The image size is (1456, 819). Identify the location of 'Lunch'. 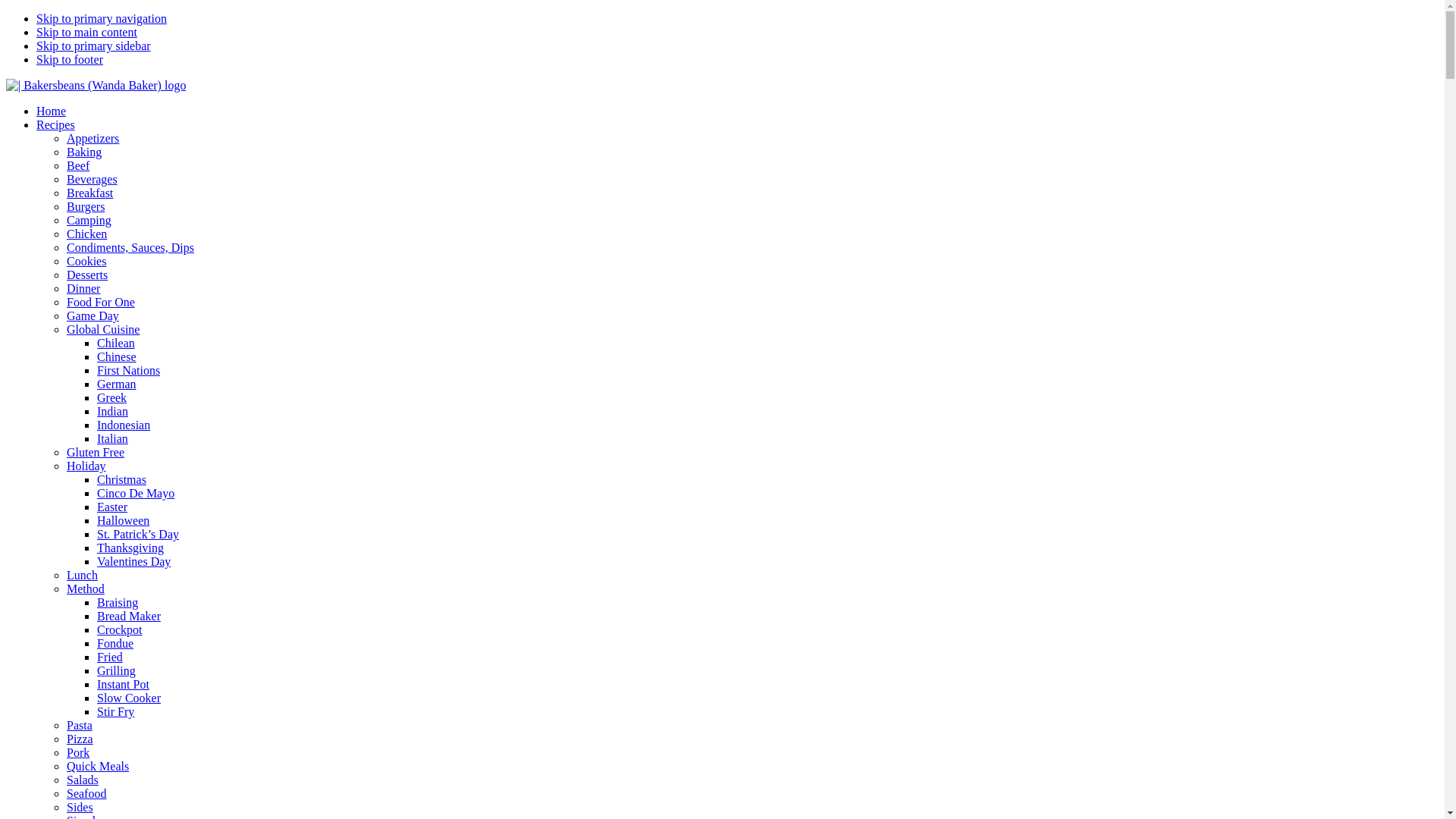
(81, 575).